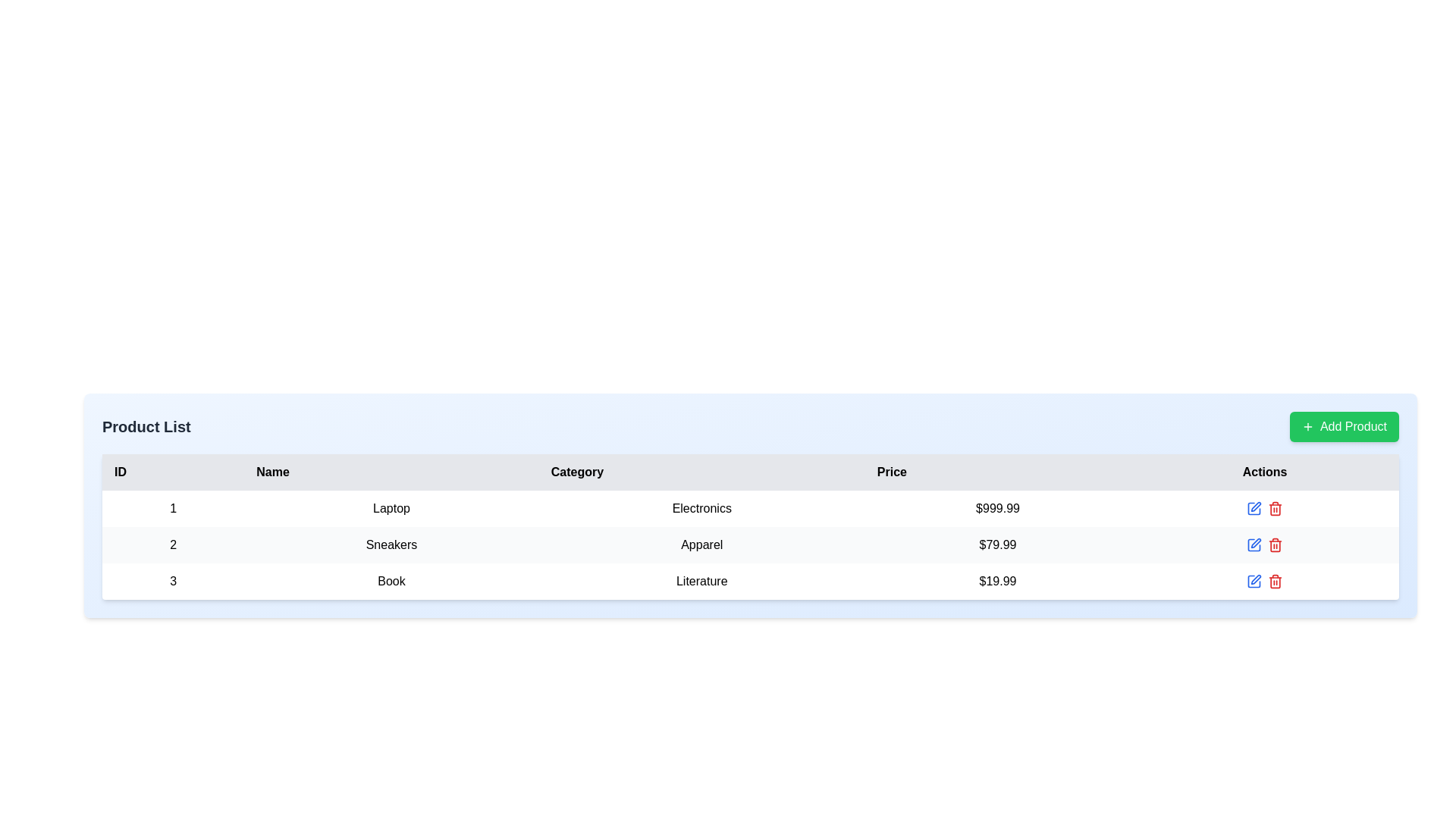  What do you see at coordinates (701, 581) in the screenshot?
I see `the 'Literature' text label in the 'Category' column of the third row, which corresponds to the item with ID '3' and name 'Book'` at bounding box center [701, 581].